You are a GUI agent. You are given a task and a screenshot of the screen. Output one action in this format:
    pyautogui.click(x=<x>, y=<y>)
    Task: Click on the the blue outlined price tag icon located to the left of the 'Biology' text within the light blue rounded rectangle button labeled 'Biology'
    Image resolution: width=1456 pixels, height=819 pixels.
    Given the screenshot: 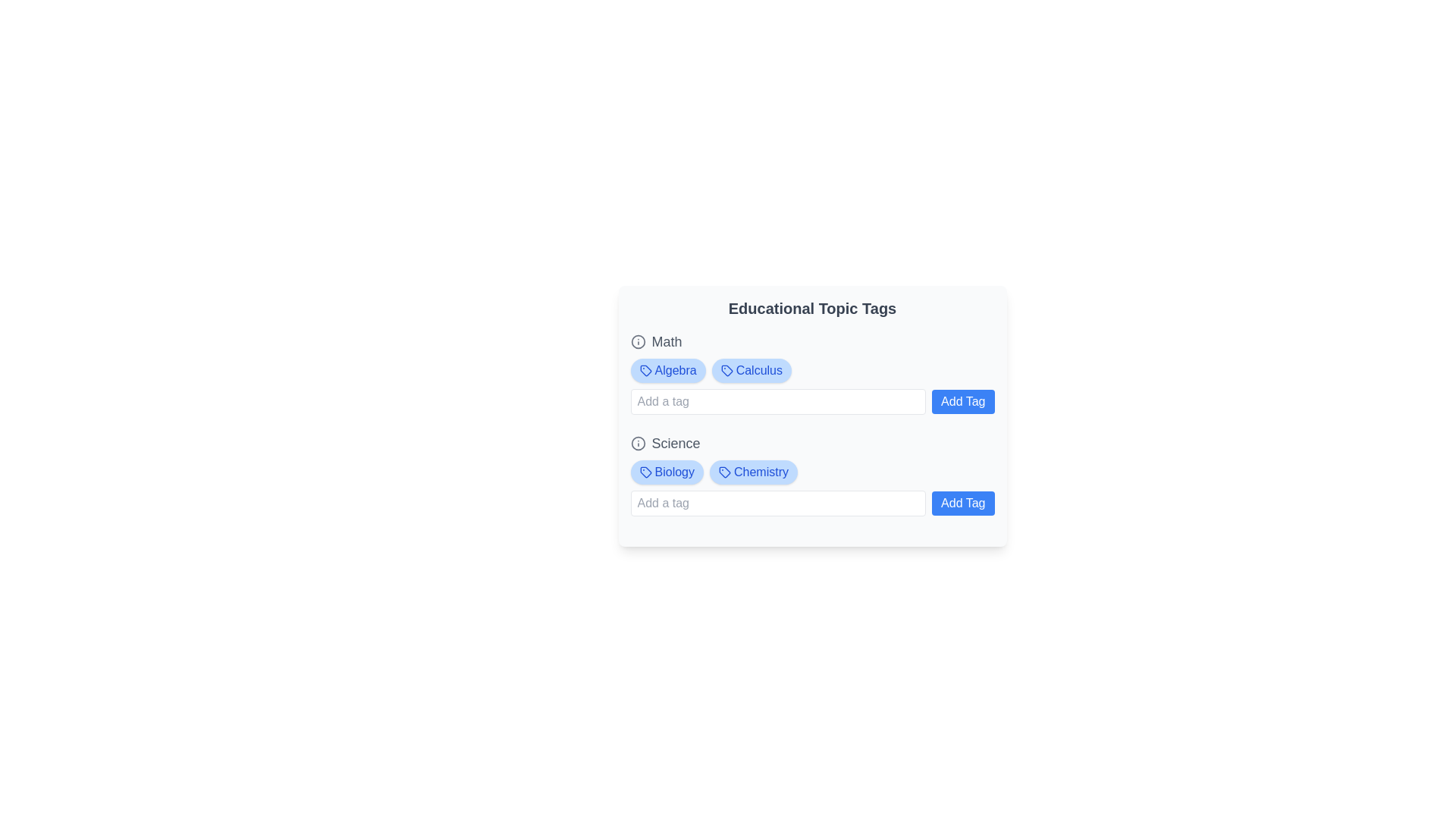 What is the action you would take?
    pyautogui.click(x=645, y=472)
    